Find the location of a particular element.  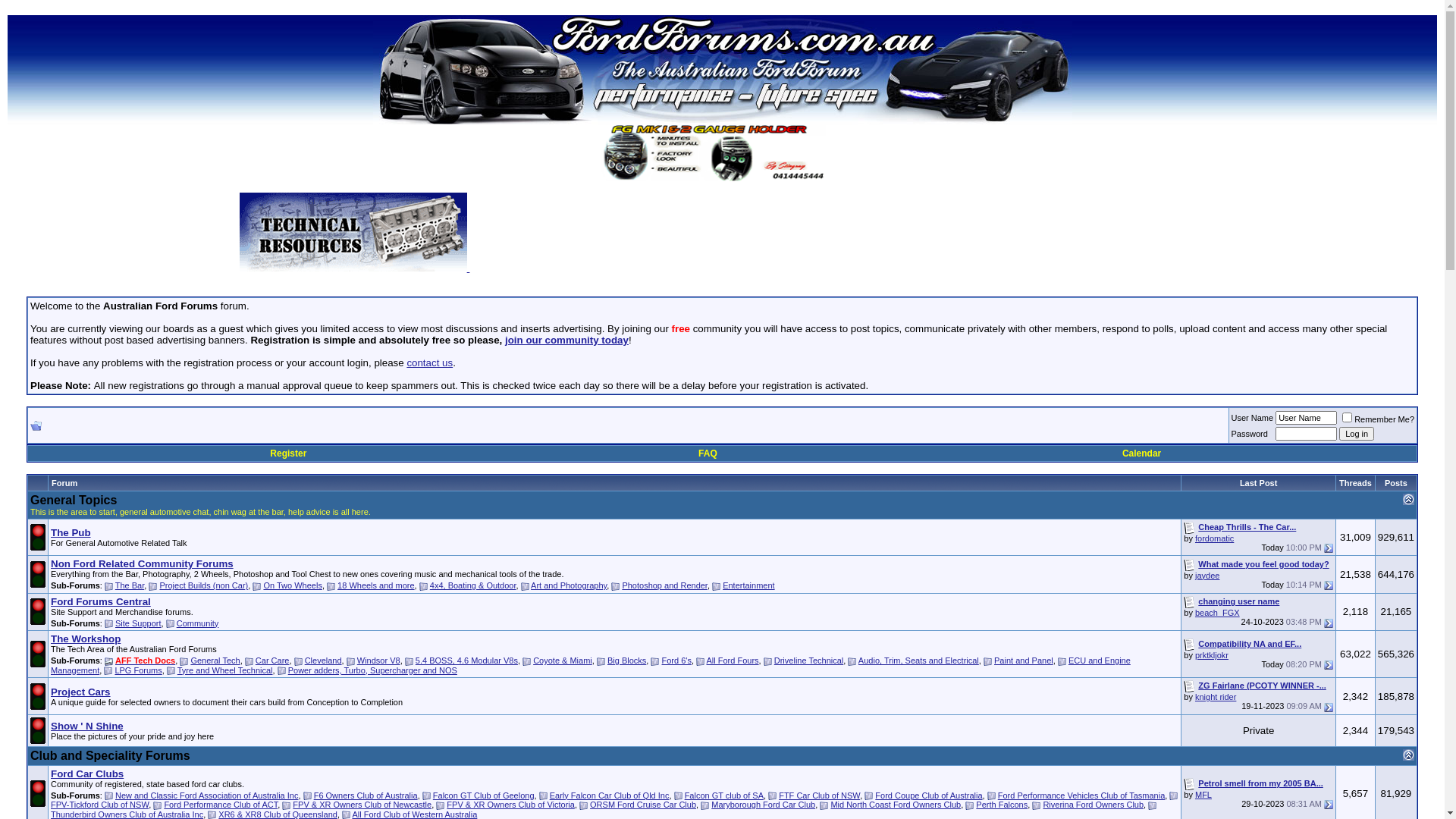

'Windsor V8' is located at coordinates (356, 660).